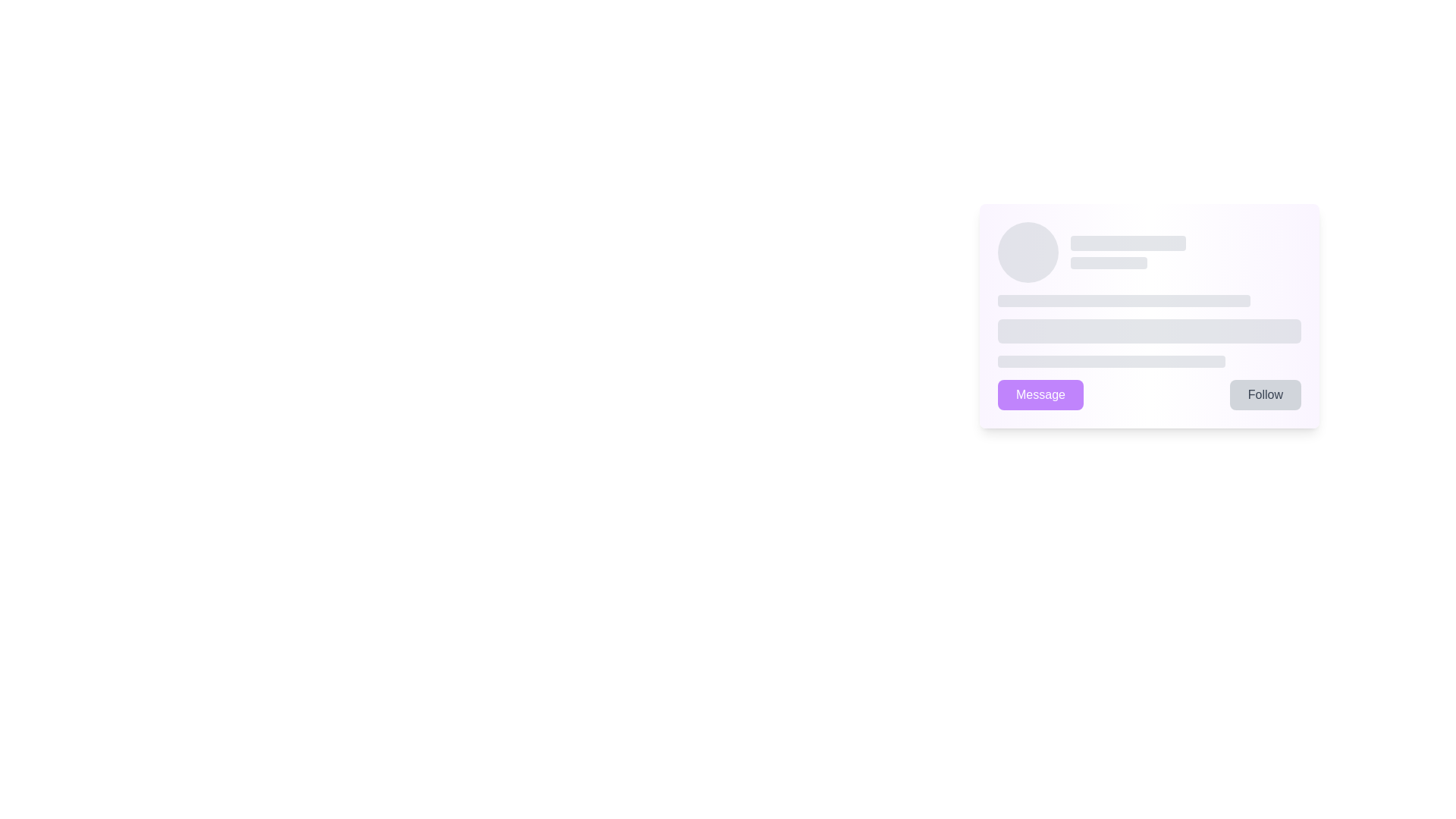 The width and height of the screenshot is (1456, 819). Describe the element at coordinates (1185, 251) in the screenshot. I see `the Skeleton Loading Placeholder, which consists of two vertically stacked rectangular bars with rounded corners, located to the right of a circular profile picture placeholder` at that location.